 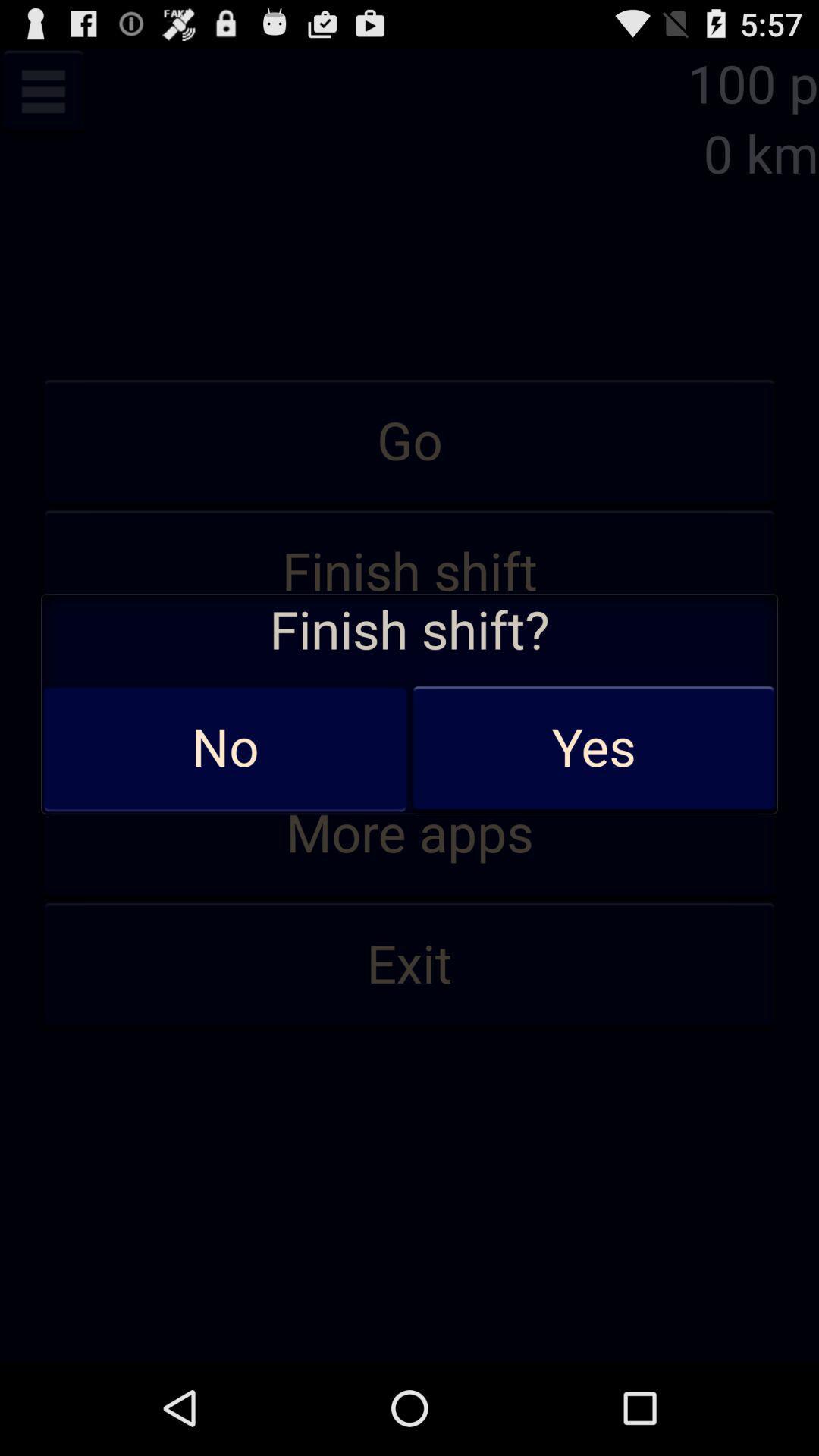 I want to click on icon at the top left corner, so click(x=42, y=90).